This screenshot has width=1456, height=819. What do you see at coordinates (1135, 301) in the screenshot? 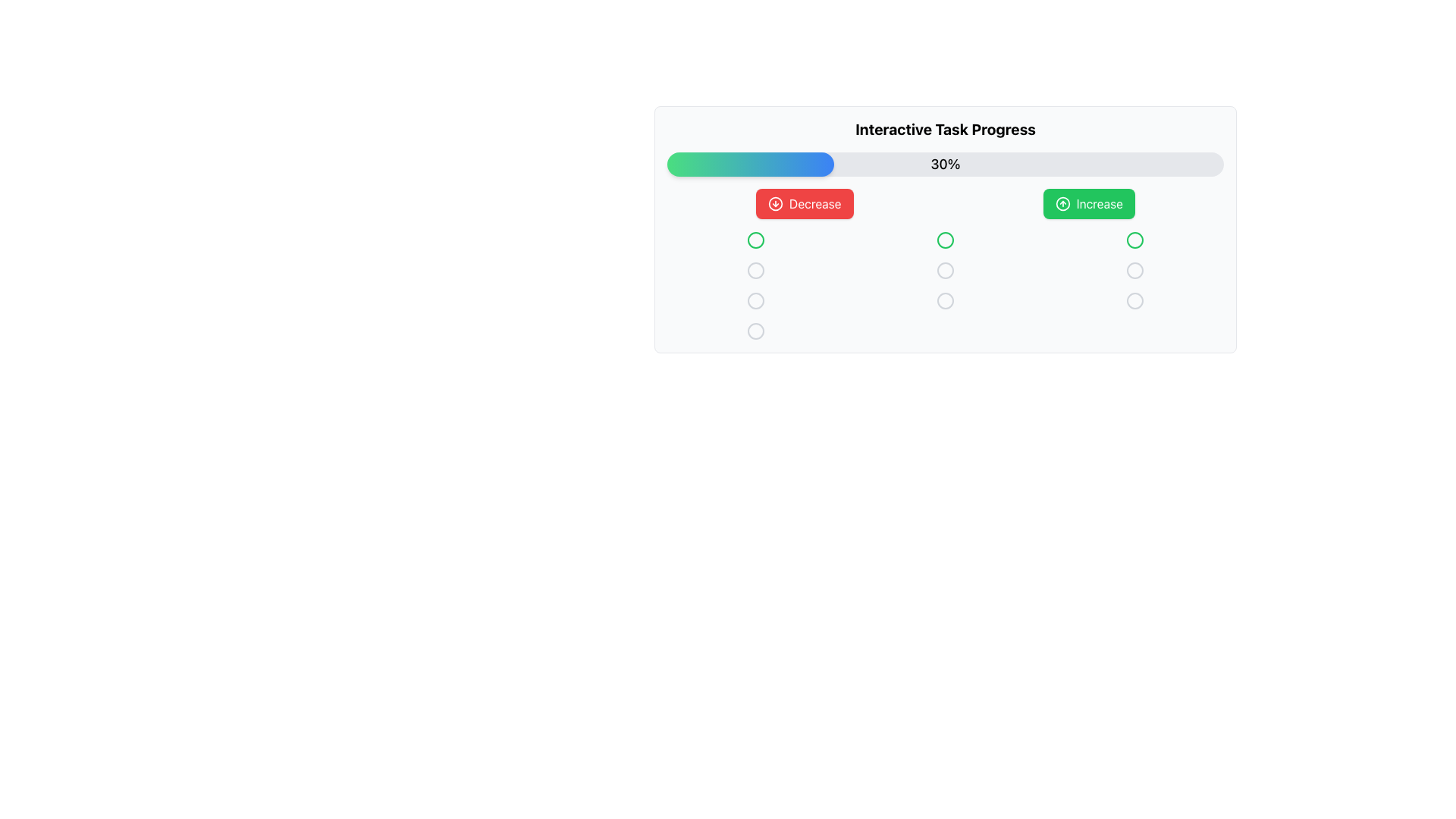
I see `the circular graphical indicator located in the bottom-right part of the layout, below the 'Increase' button` at bounding box center [1135, 301].